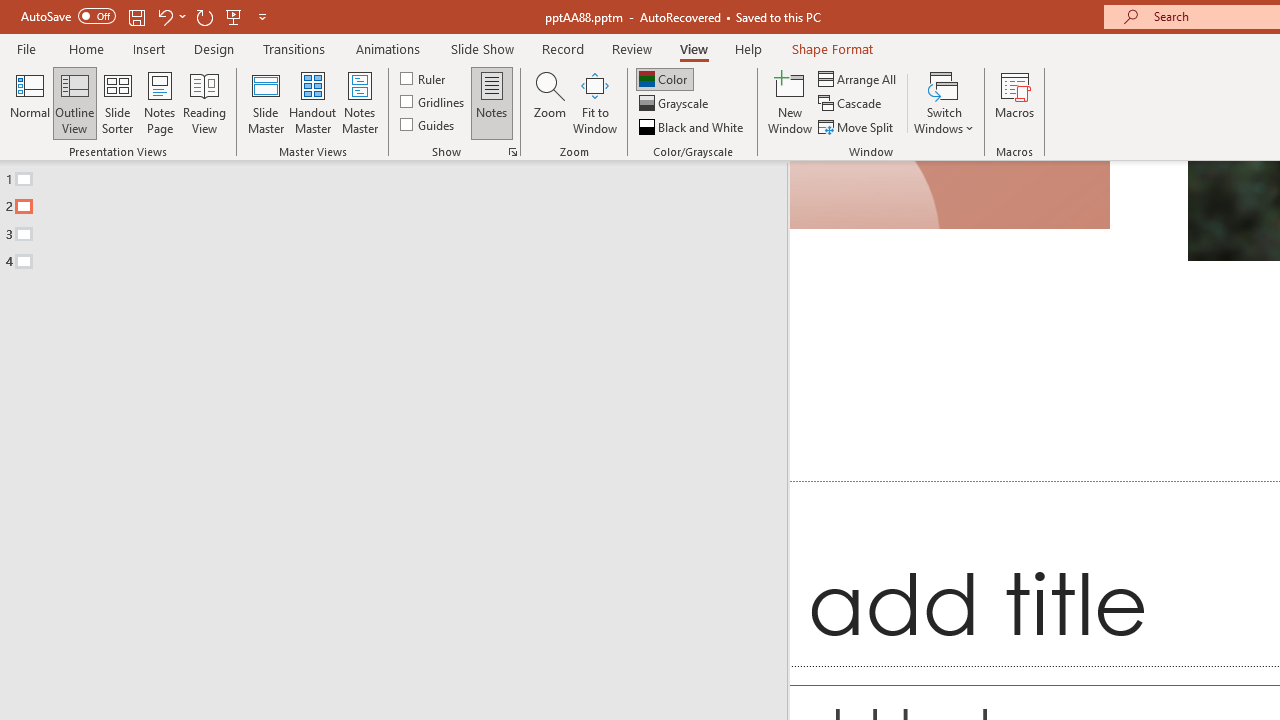 The width and height of the screenshot is (1280, 720). I want to click on 'Color', so click(664, 78).